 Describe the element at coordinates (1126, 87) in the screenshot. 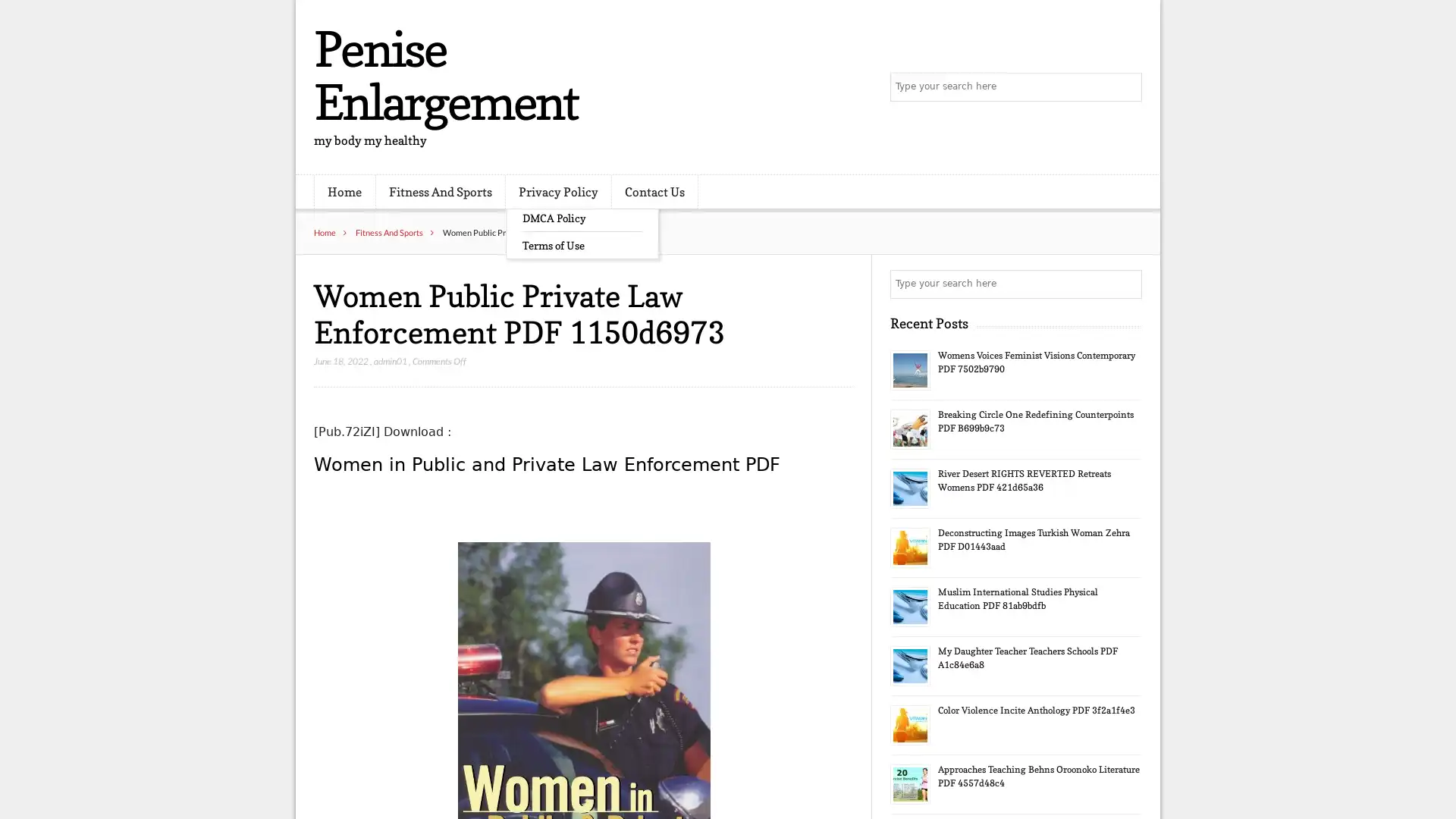

I see `Search` at that location.